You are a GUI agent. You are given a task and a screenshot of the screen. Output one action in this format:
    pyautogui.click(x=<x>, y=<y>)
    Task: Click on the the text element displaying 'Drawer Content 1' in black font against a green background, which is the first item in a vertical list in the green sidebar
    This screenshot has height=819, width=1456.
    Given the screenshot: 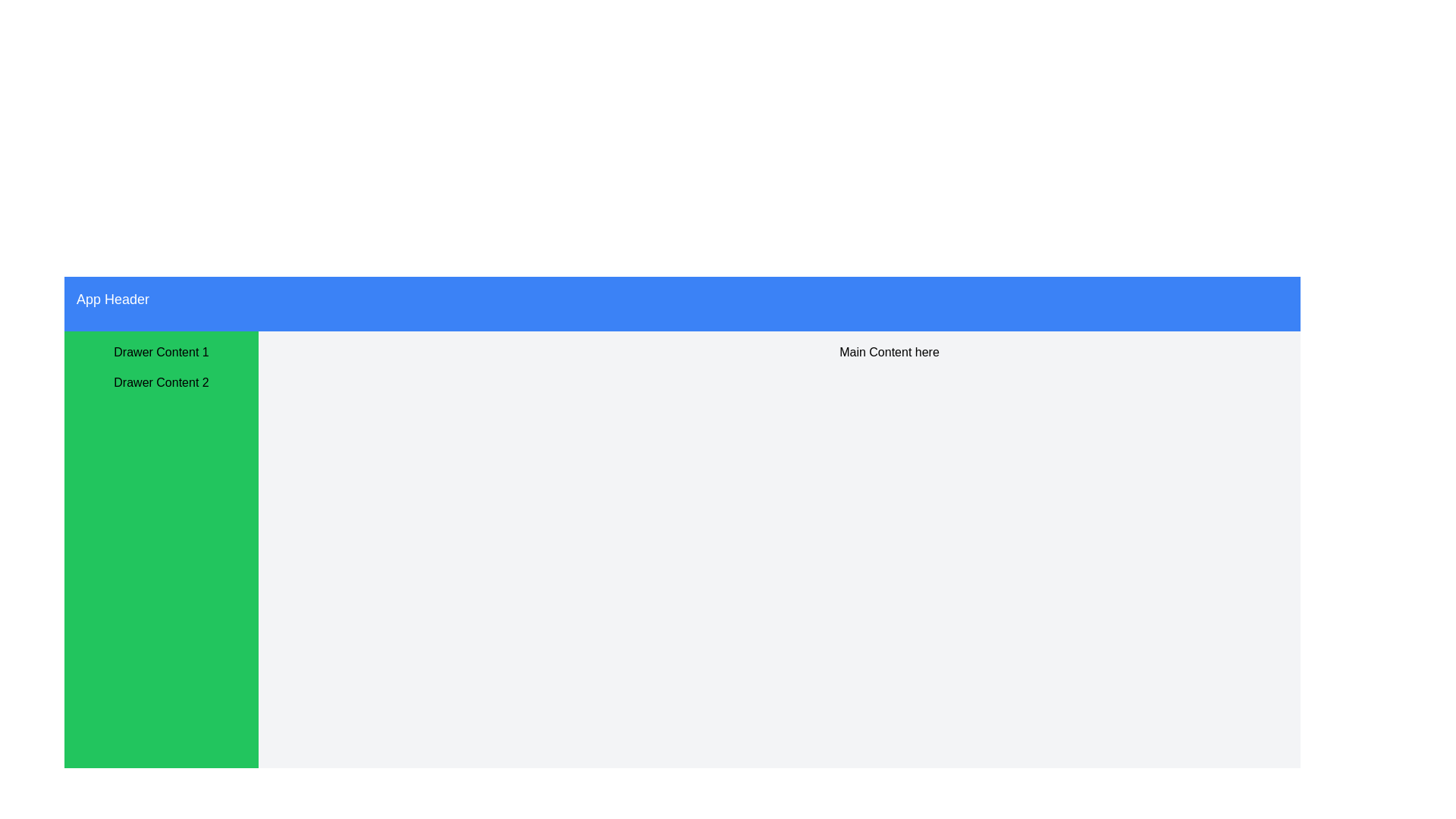 What is the action you would take?
    pyautogui.click(x=161, y=353)
    